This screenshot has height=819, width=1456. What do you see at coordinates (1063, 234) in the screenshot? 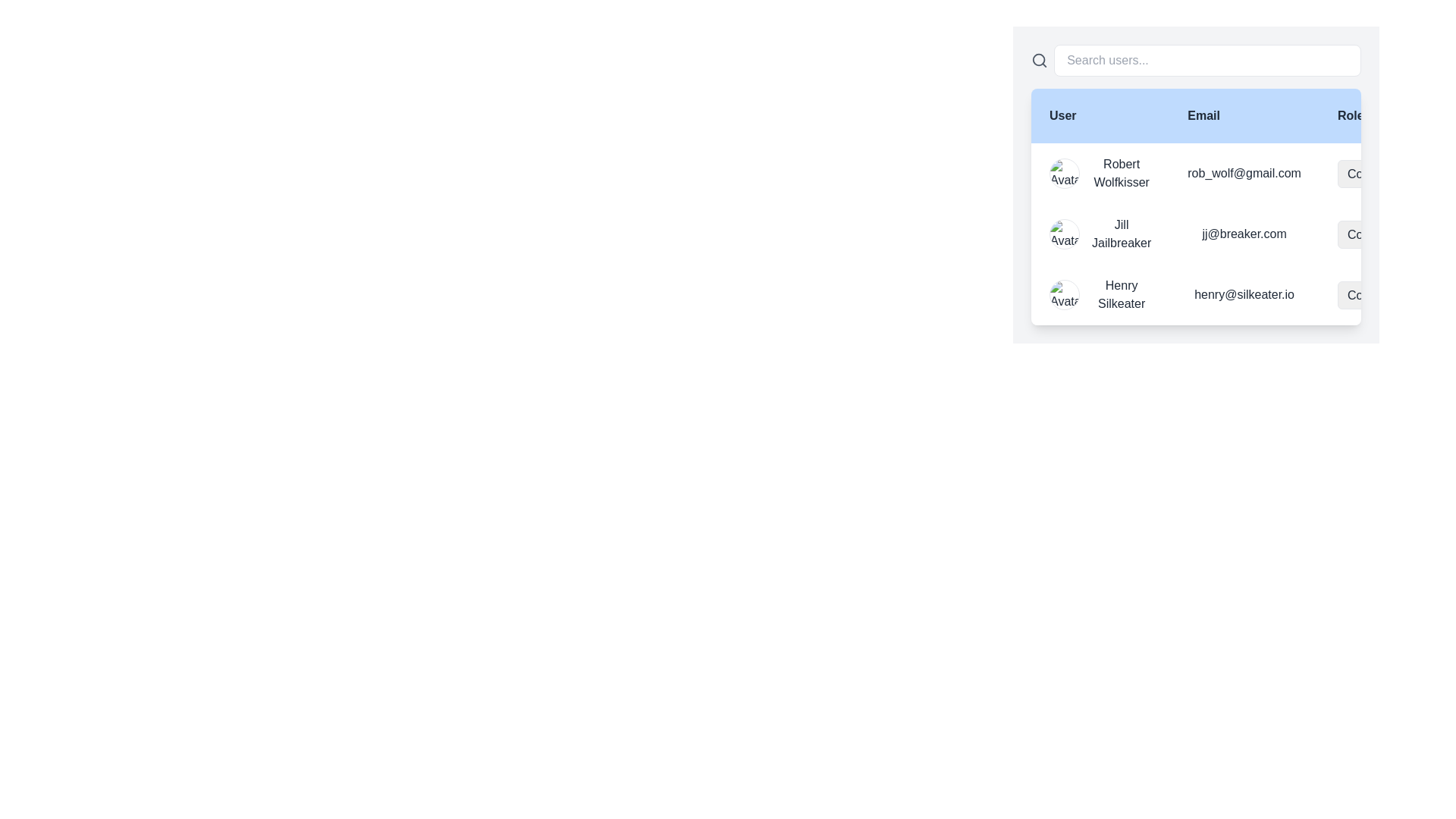
I see `the circular avatar image of 'Jill Jailbreaker' located in the user list, which is styled with a border and a rounded shape` at bounding box center [1063, 234].